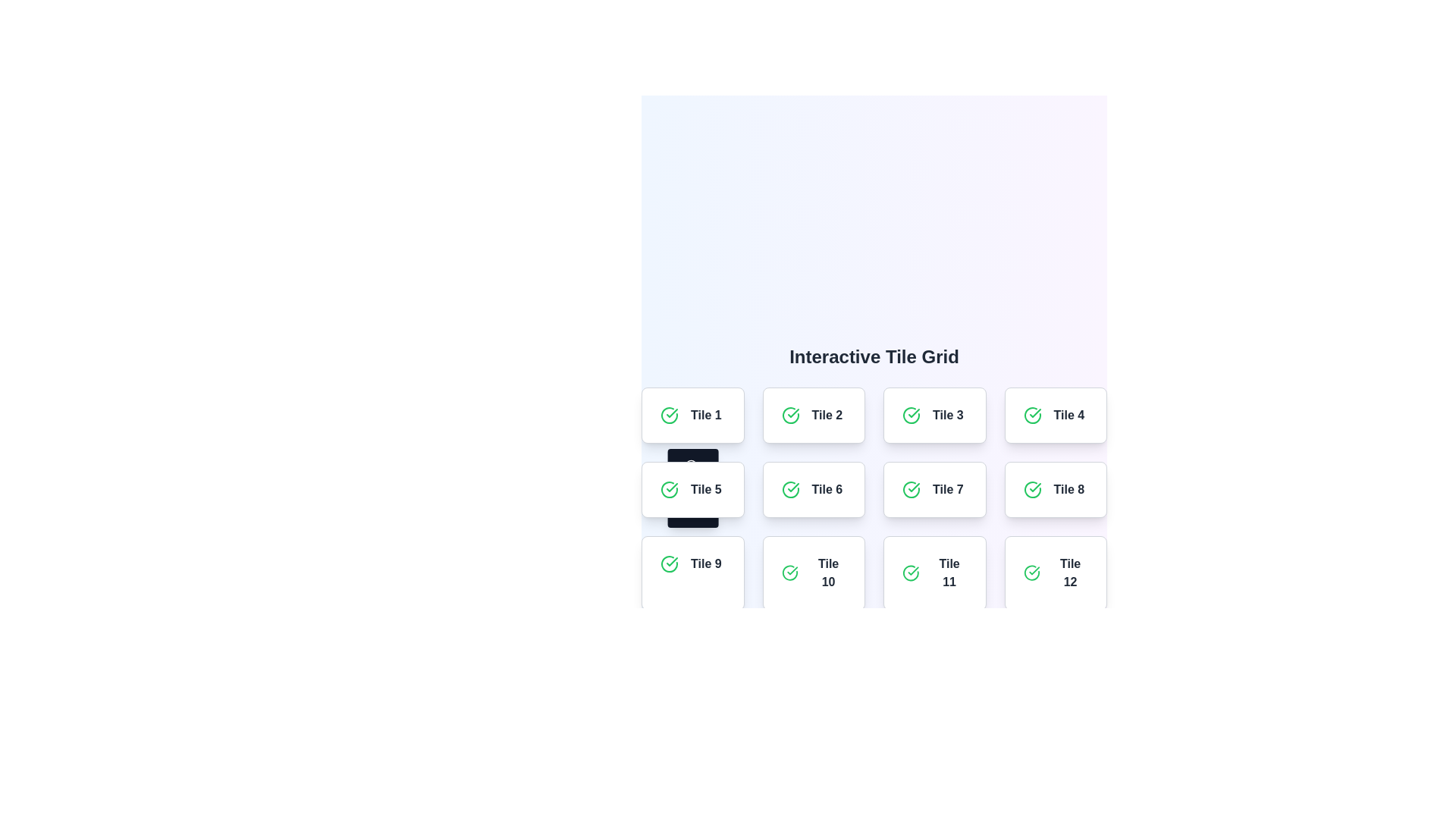  What do you see at coordinates (669, 415) in the screenshot?
I see `the confirmation status icon located to the left of the text label 'Tile 1' in the interactive tile grid` at bounding box center [669, 415].